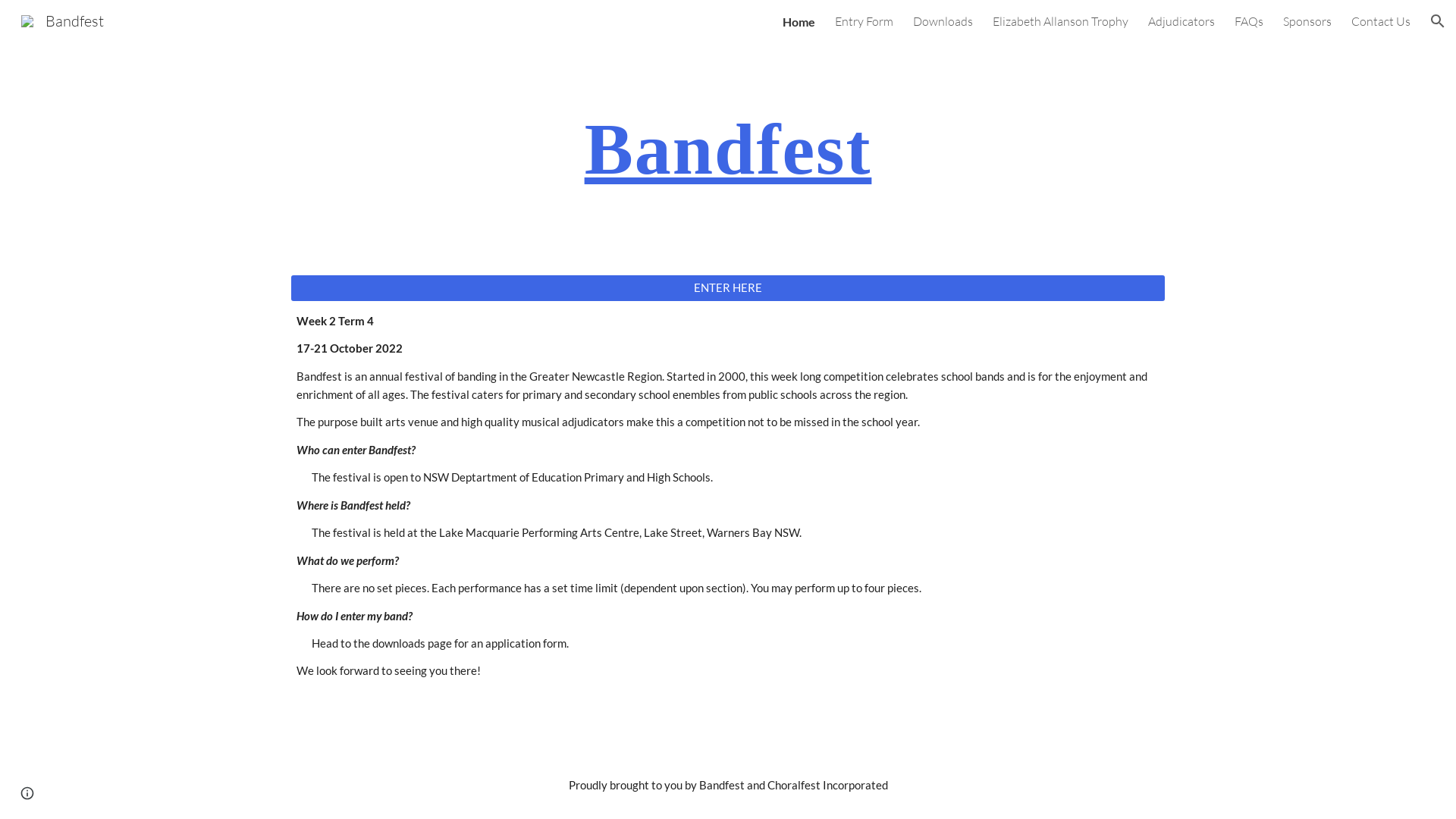 The height and width of the screenshot is (819, 1456). Describe the element at coordinates (1380, 20) in the screenshot. I see `'Contact Us'` at that location.